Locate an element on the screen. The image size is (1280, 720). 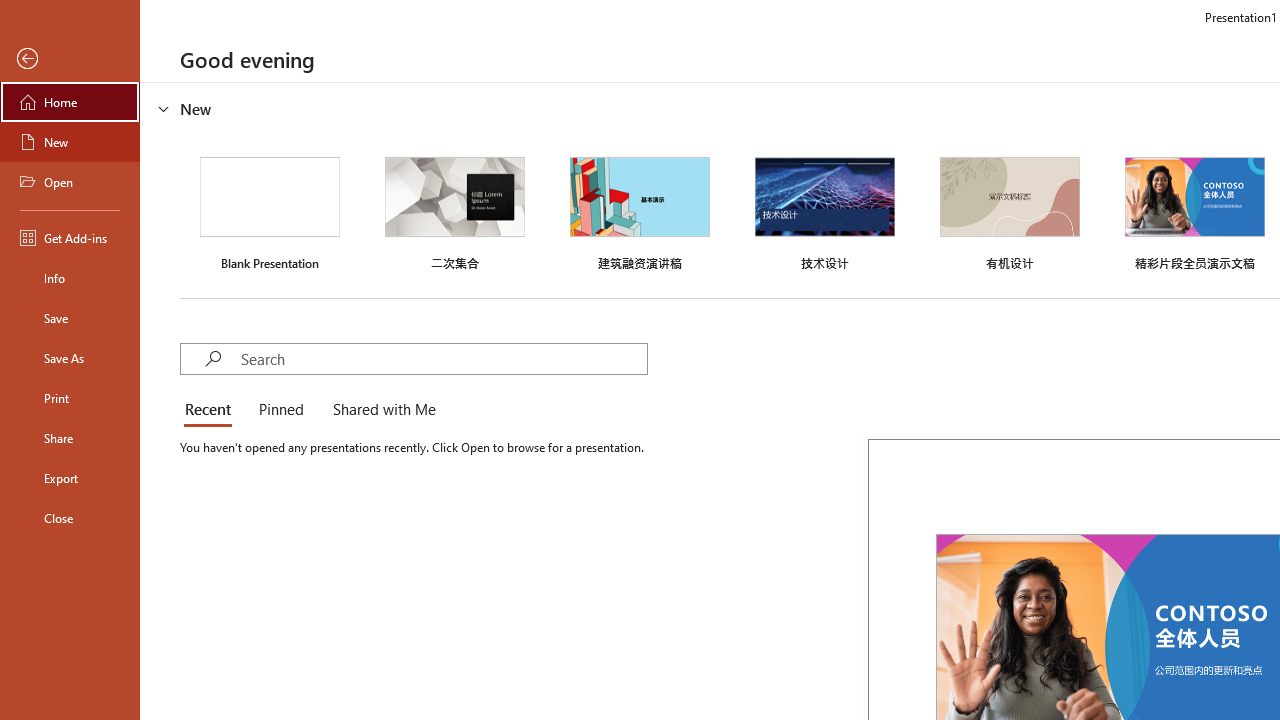
'Blank Presentation' is located at coordinates (269, 211).